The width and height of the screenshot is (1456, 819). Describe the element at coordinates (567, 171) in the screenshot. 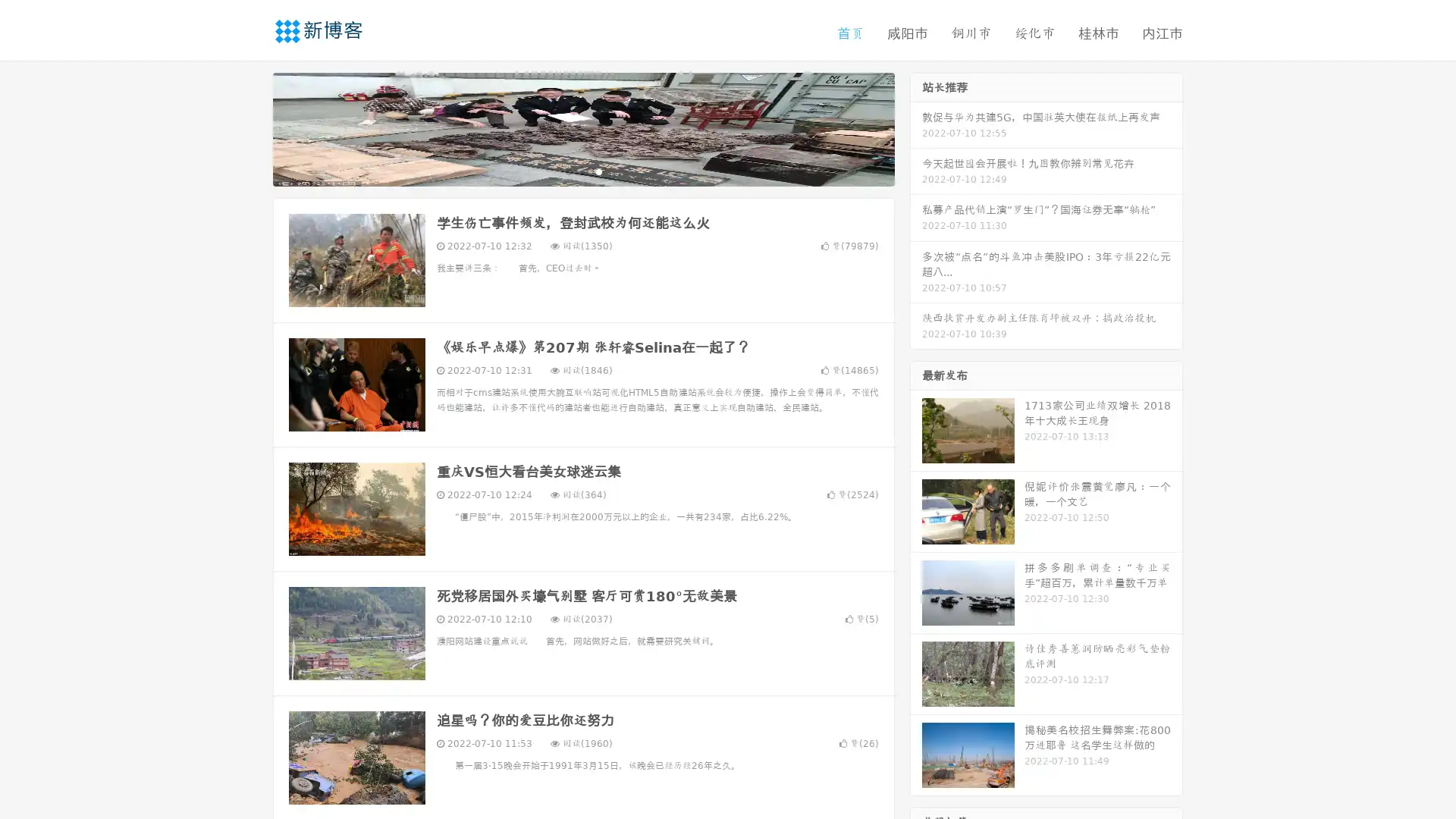

I see `Go to slide 1` at that location.